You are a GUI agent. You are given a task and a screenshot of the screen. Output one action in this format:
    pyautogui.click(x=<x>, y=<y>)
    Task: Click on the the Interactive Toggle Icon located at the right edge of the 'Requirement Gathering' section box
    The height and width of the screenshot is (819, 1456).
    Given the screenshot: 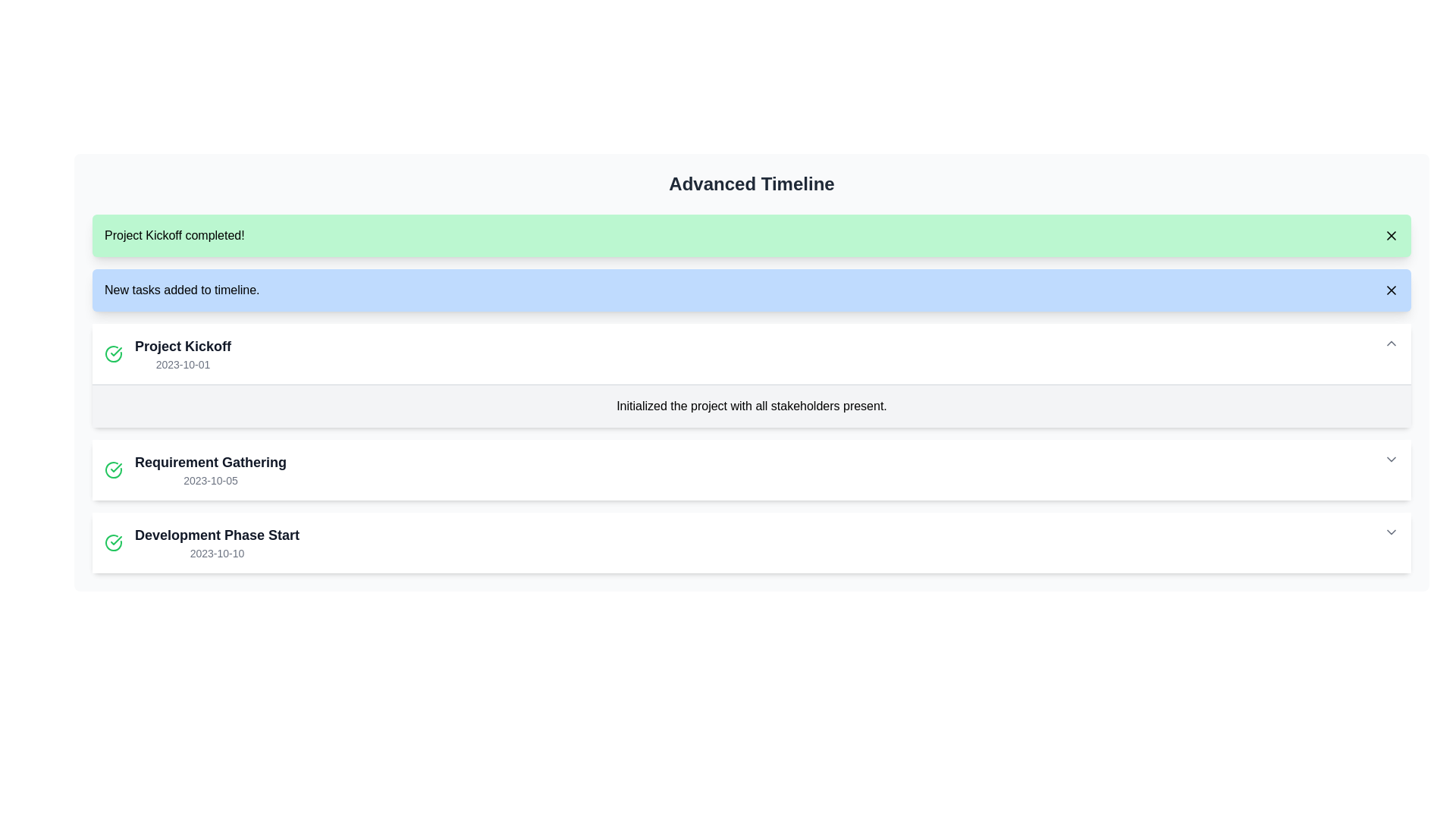 What is the action you would take?
    pyautogui.click(x=1391, y=458)
    